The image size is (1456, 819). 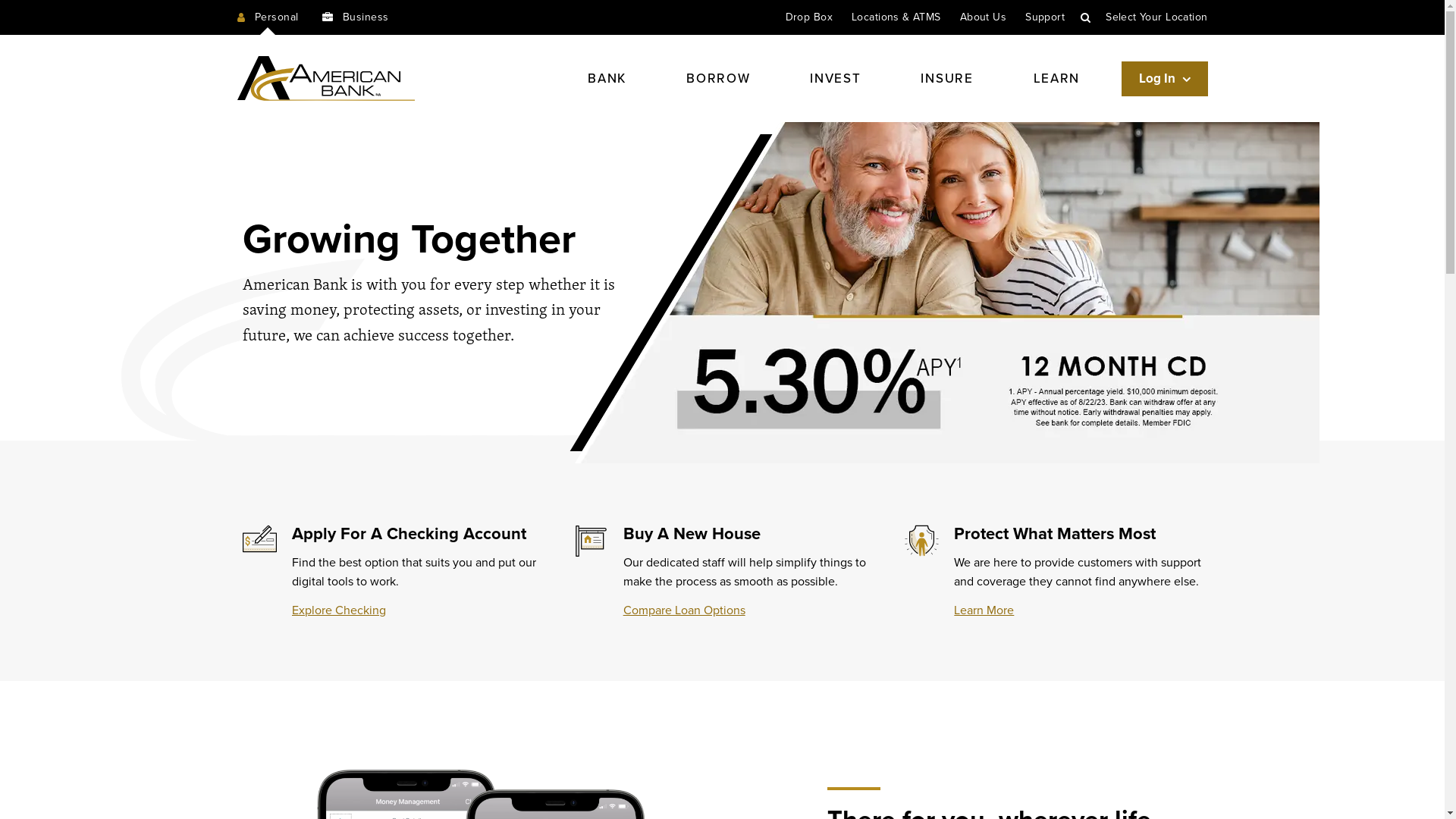 What do you see at coordinates (607, 78) in the screenshot?
I see `'BANK'` at bounding box center [607, 78].